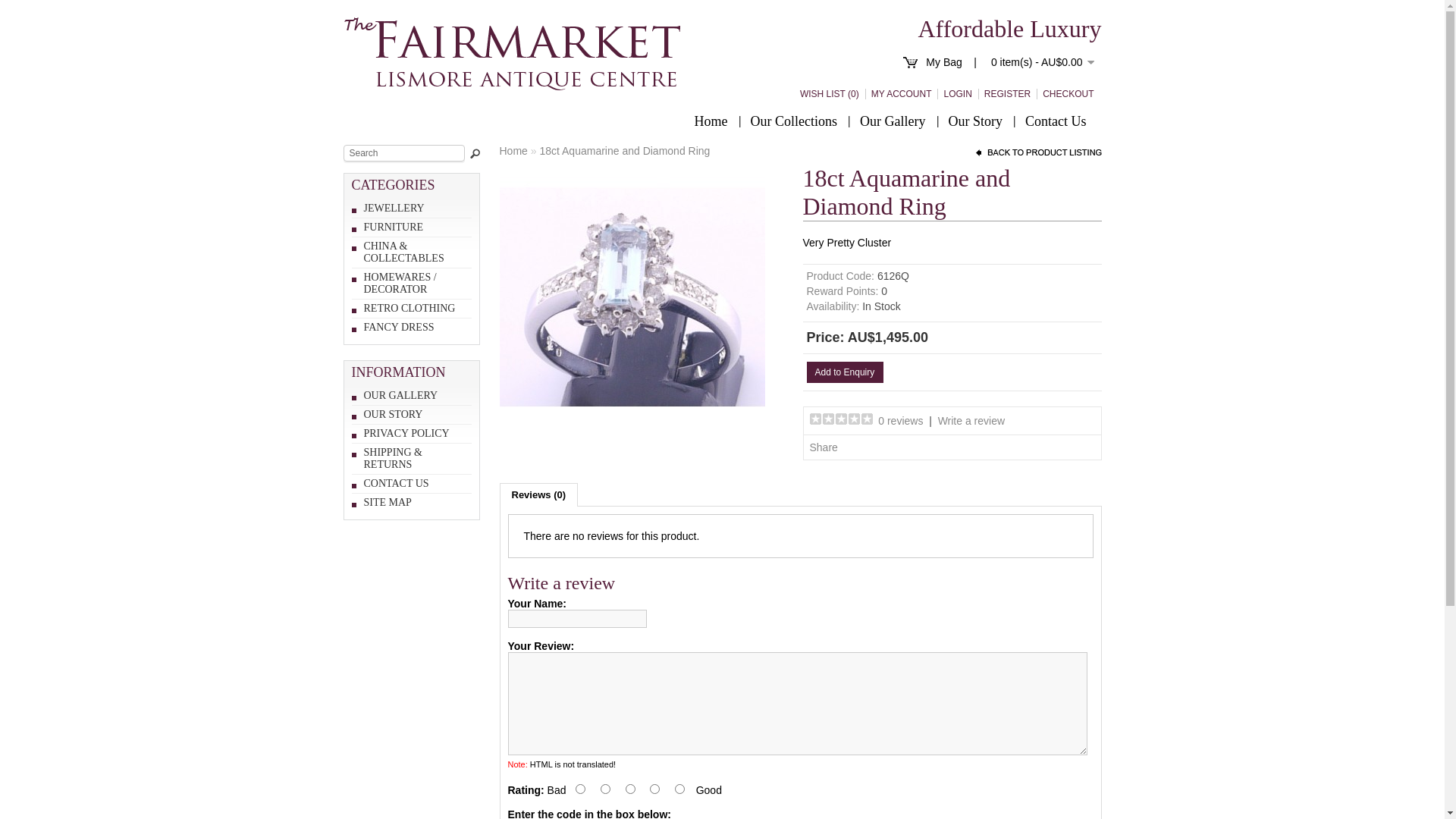 This screenshot has width=1456, height=819. Describe the element at coordinates (793, 120) in the screenshot. I see `'Our Collections'` at that location.